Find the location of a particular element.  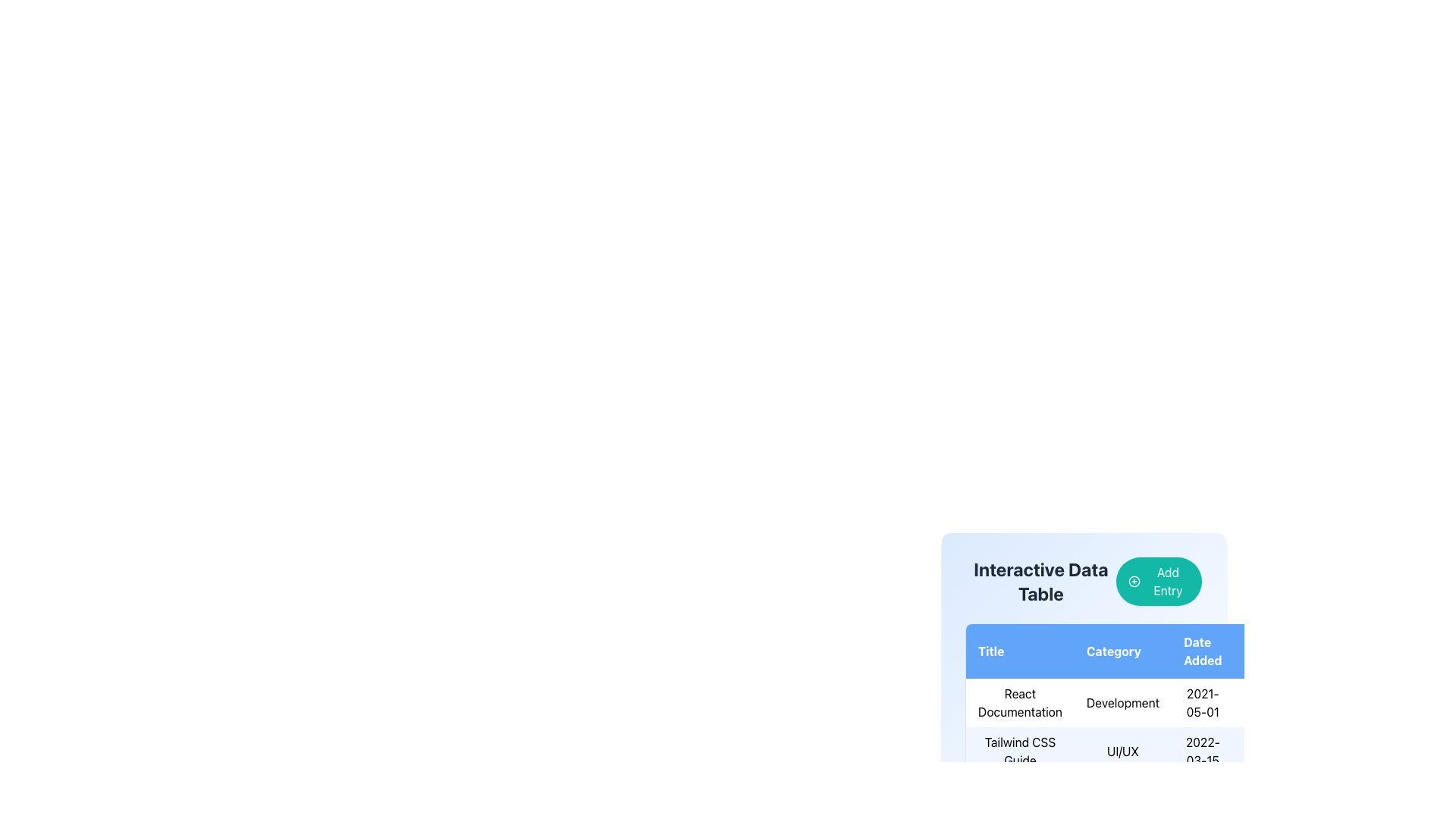

the second column header in the table, which categorizes the data displayed under it, located between 'Title' and 'Date Added' is located at coordinates (1122, 651).